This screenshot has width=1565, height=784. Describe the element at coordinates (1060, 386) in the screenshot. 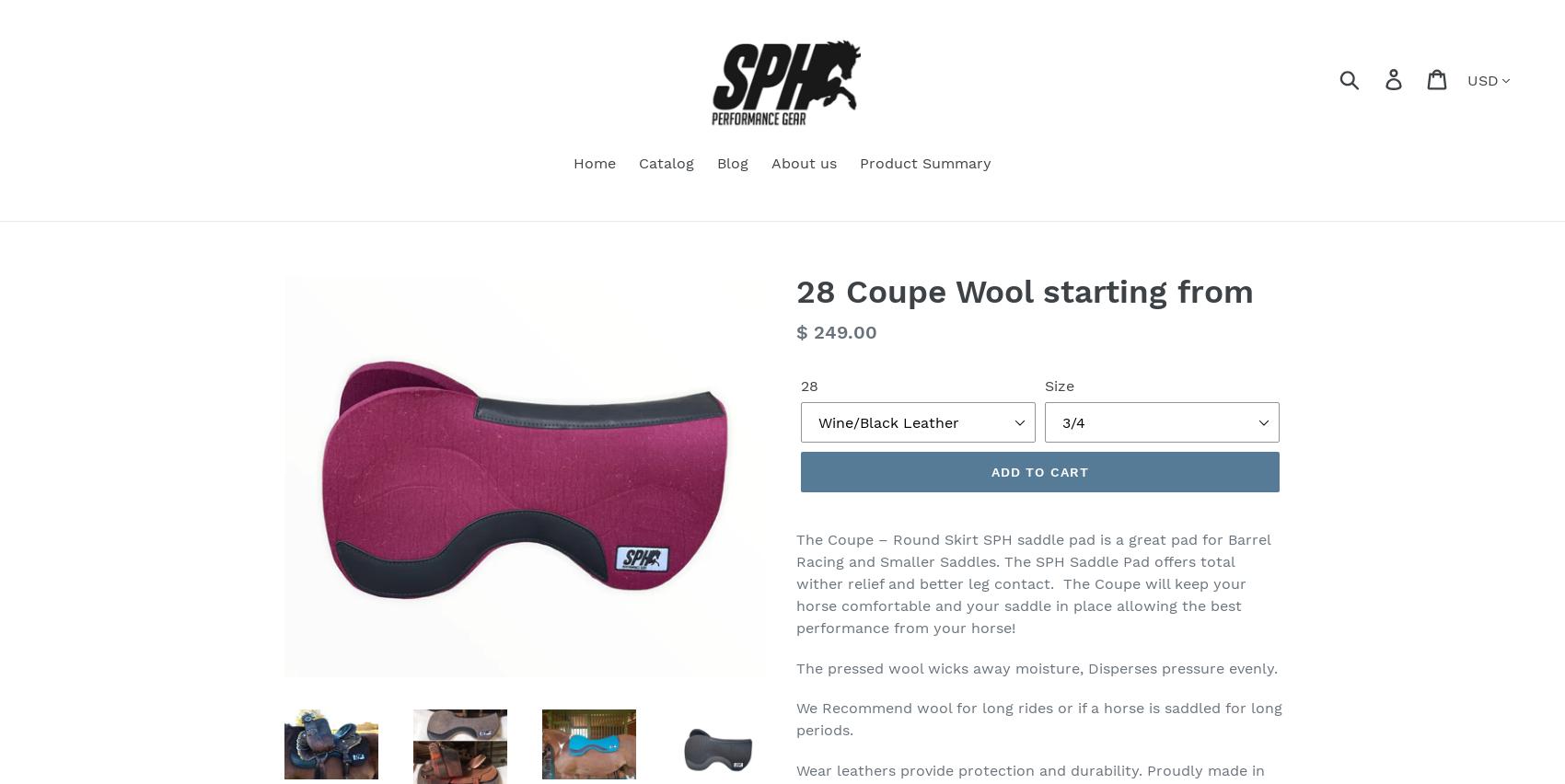

I see `'Size'` at that location.